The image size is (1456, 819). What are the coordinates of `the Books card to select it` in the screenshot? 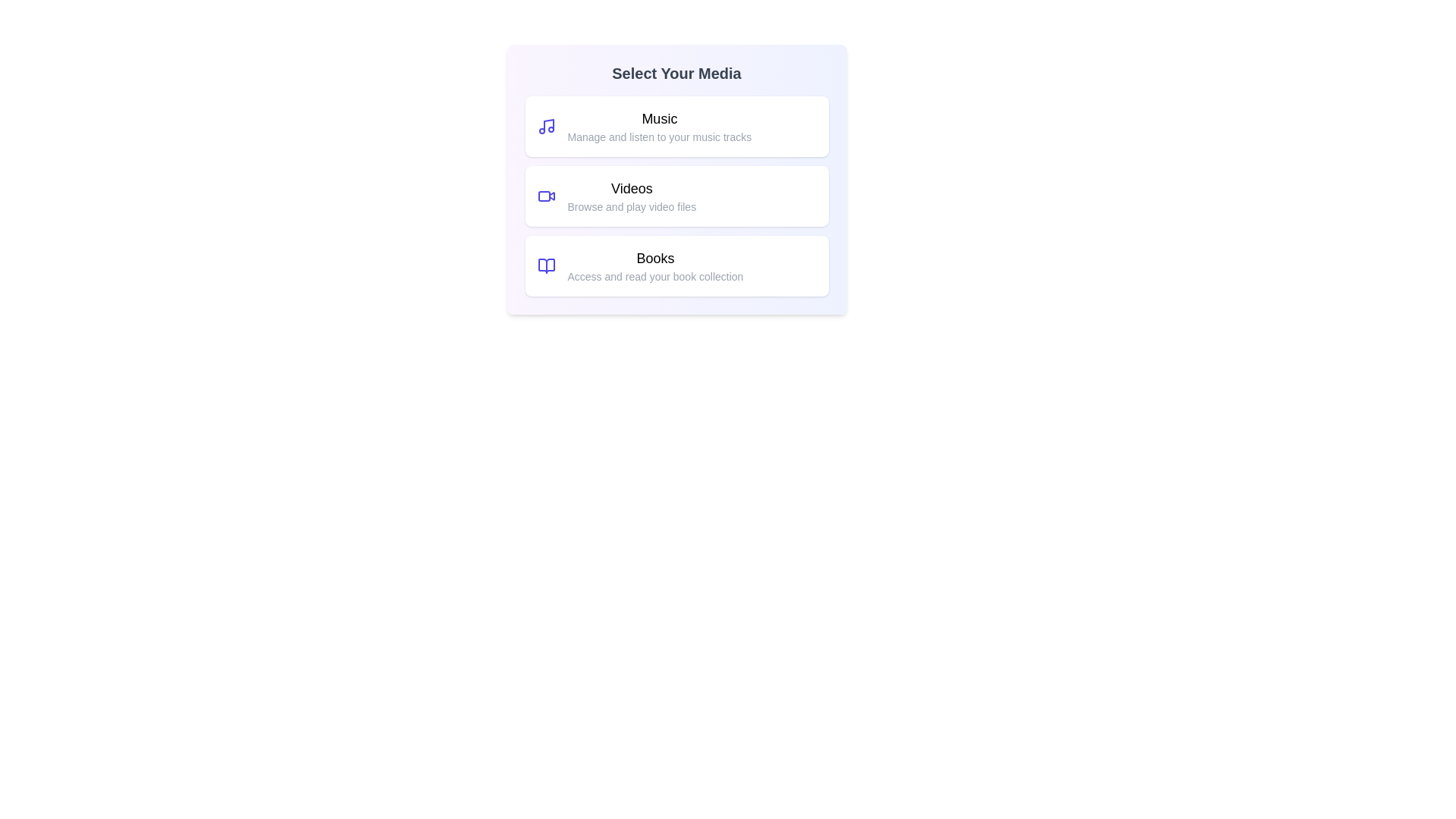 It's located at (676, 265).